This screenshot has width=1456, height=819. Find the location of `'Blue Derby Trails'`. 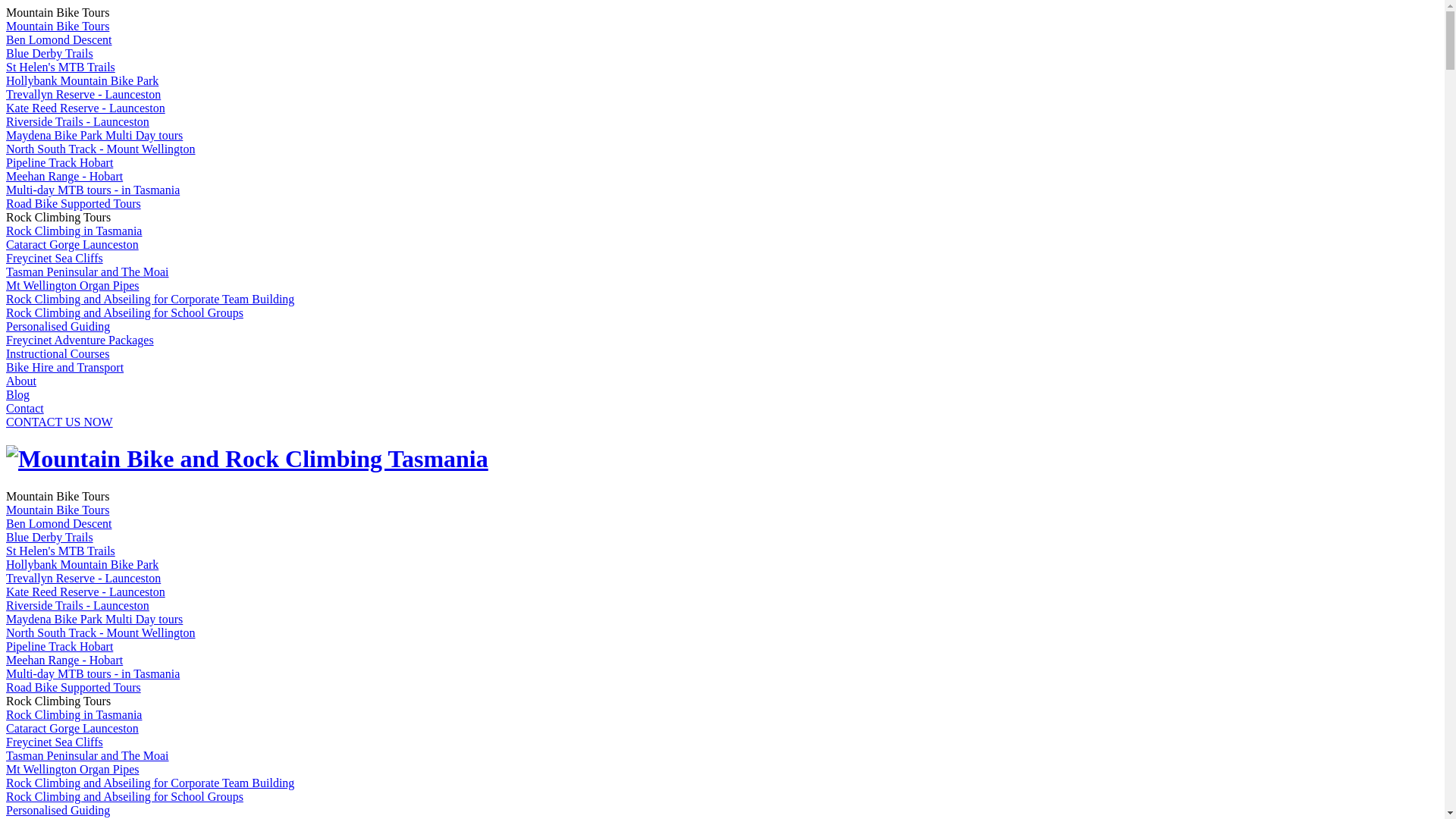

'Blue Derby Trails' is located at coordinates (49, 52).